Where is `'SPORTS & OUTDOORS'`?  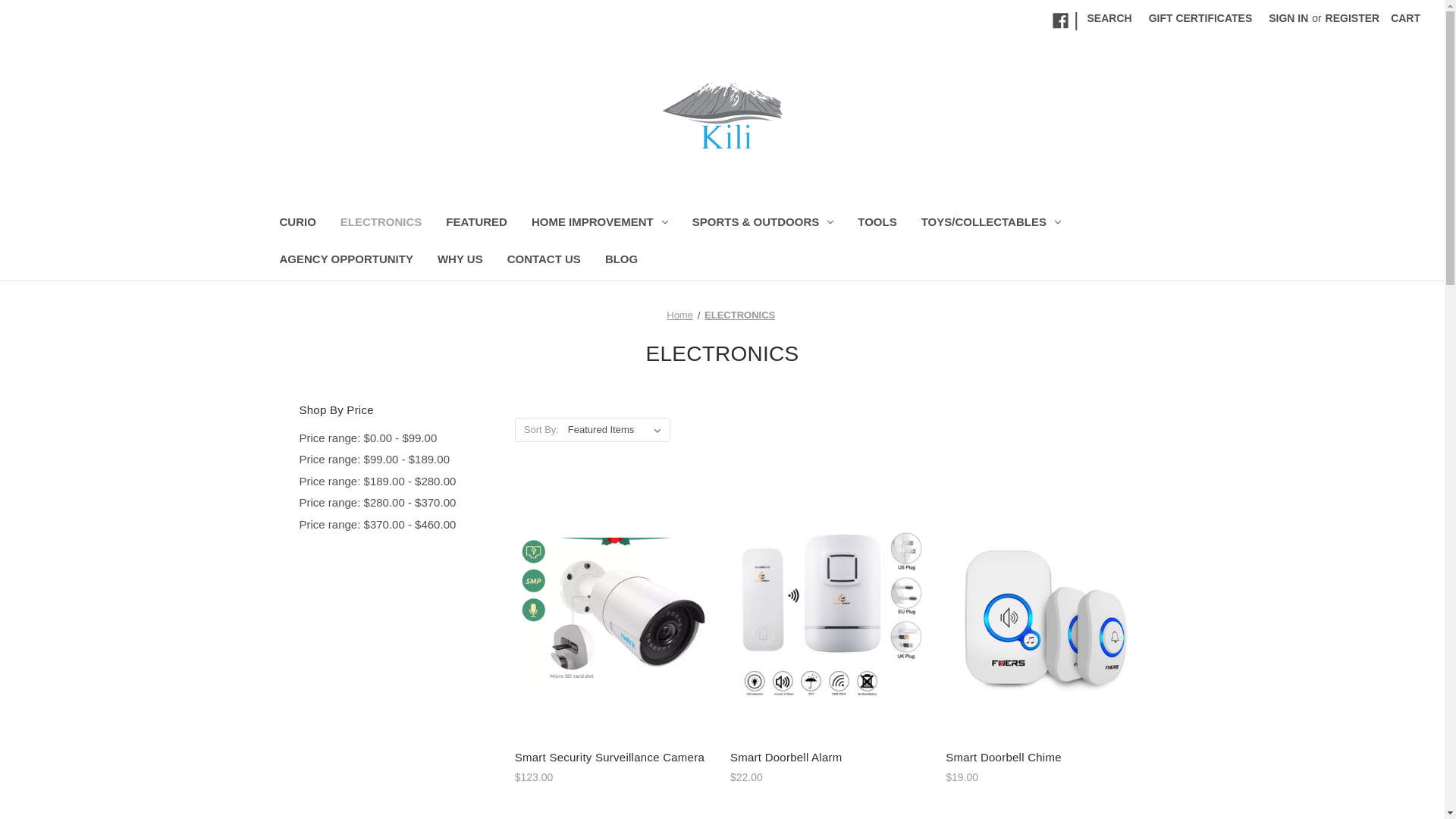 'SPORTS & OUTDOORS' is located at coordinates (763, 224).